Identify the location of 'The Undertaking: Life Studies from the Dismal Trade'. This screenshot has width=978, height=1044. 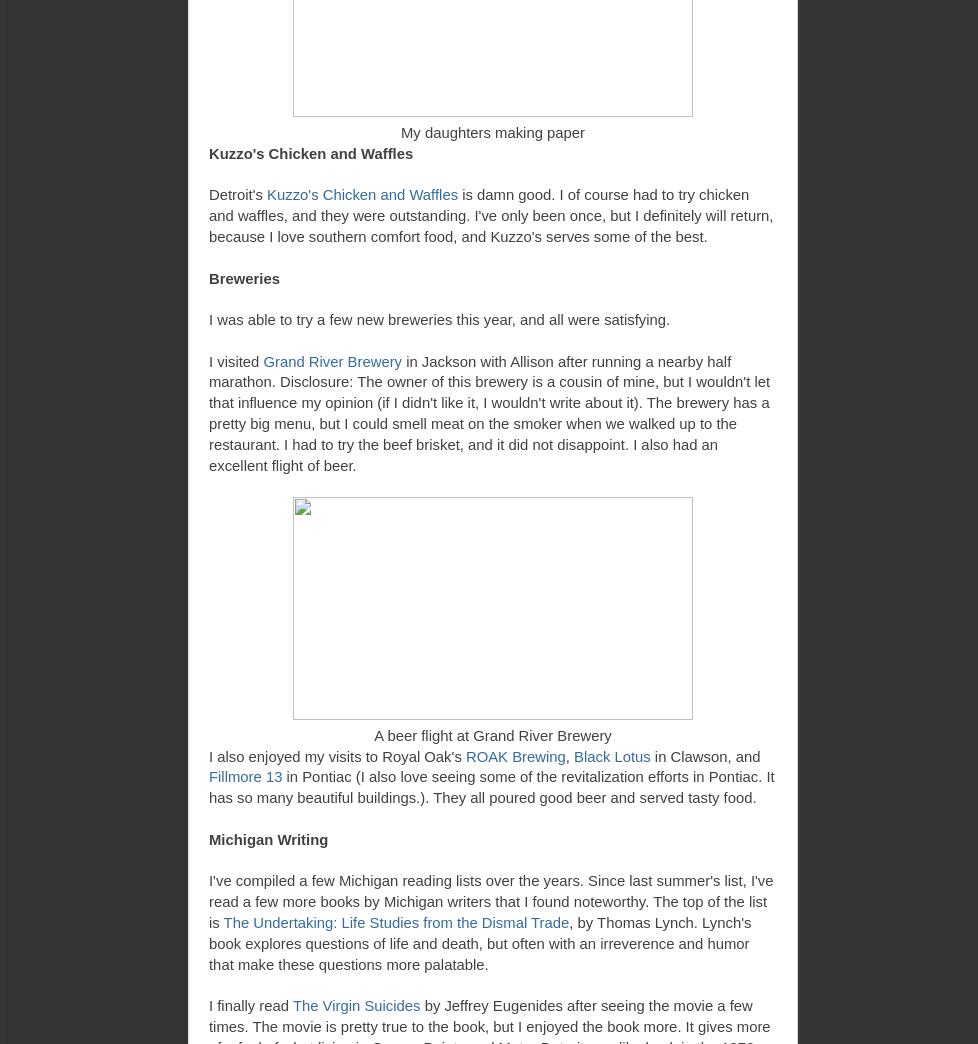
(394, 920).